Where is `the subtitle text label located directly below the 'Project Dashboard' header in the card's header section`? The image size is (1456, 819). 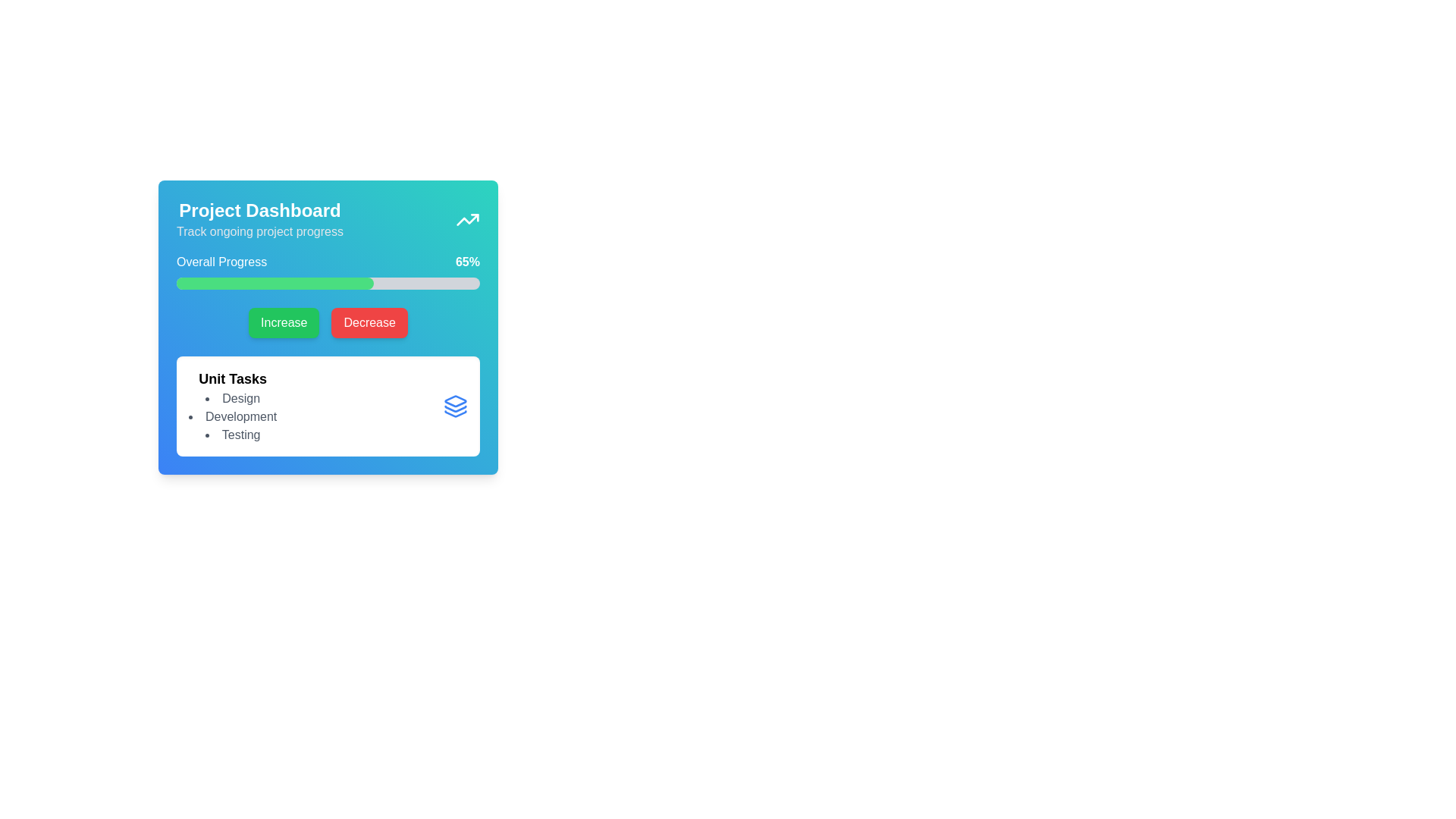
the subtitle text label located directly below the 'Project Dashboard' header in the card's header section is located at coordinates (259, 231).